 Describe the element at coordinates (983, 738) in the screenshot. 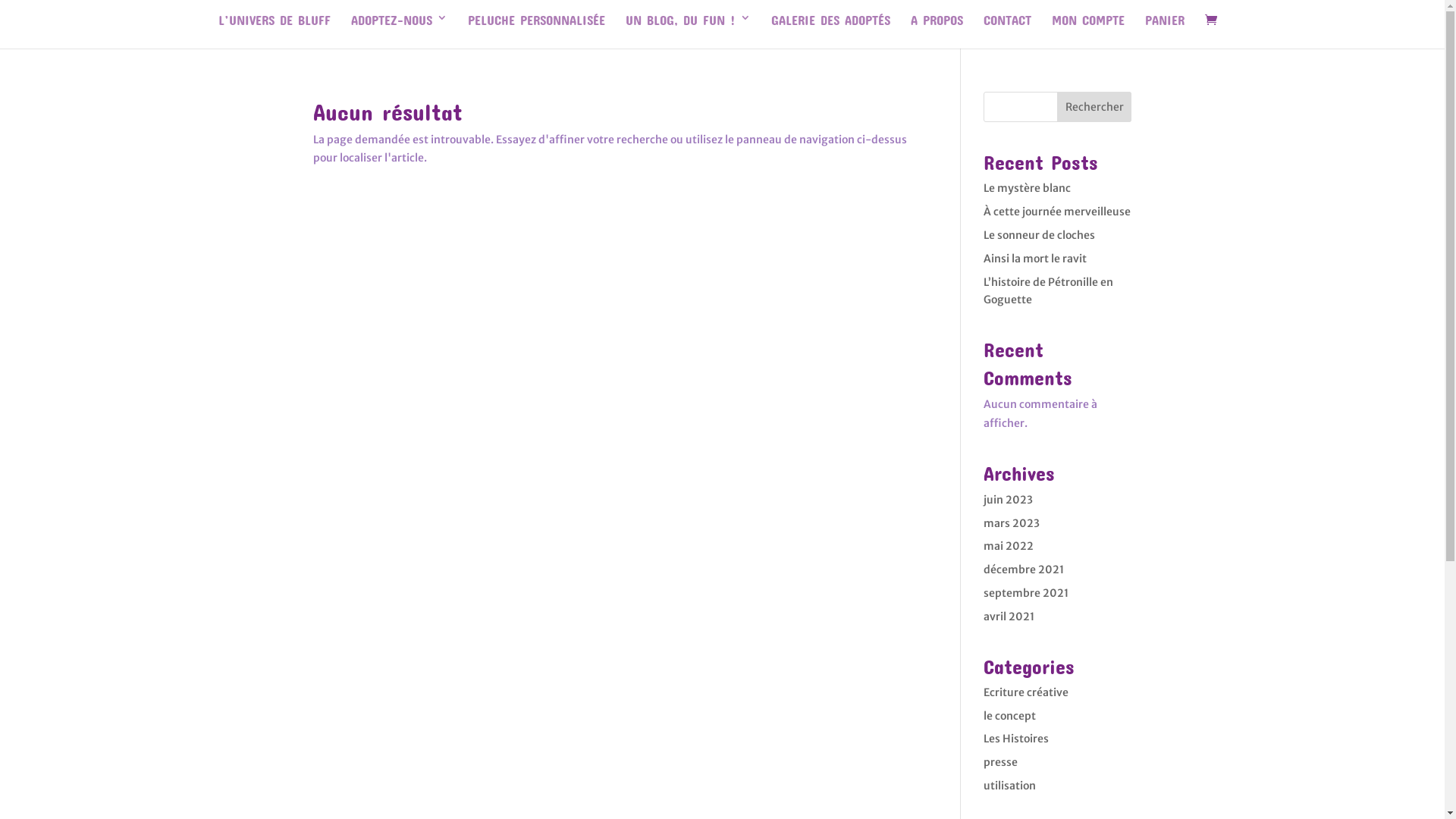

I see `'Les Histoires'` at that location.